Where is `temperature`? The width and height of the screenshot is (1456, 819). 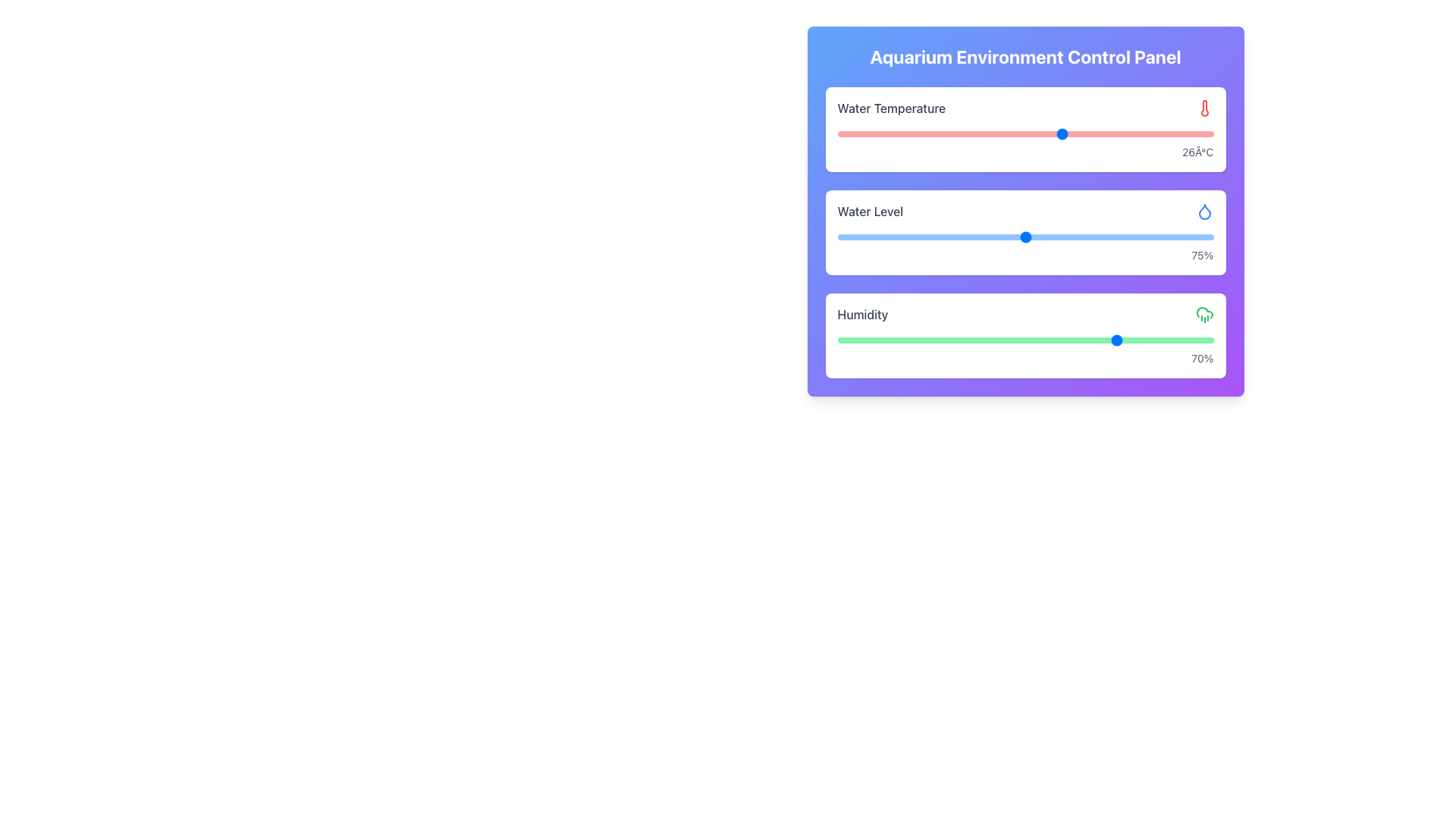
temperature is located at coordinates (987, 133).